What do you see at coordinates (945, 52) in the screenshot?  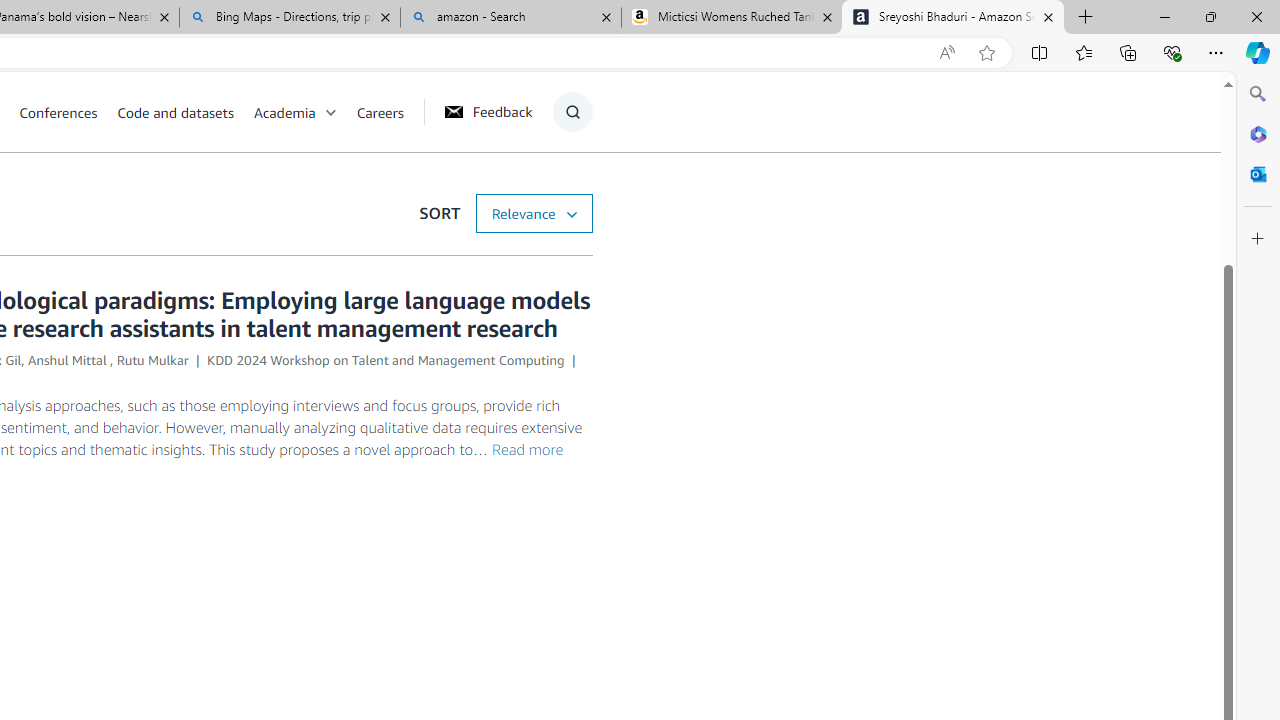 I see `'Read aloud this page (Ctrl+Shift+U)'` at bounding box center [945, 52].